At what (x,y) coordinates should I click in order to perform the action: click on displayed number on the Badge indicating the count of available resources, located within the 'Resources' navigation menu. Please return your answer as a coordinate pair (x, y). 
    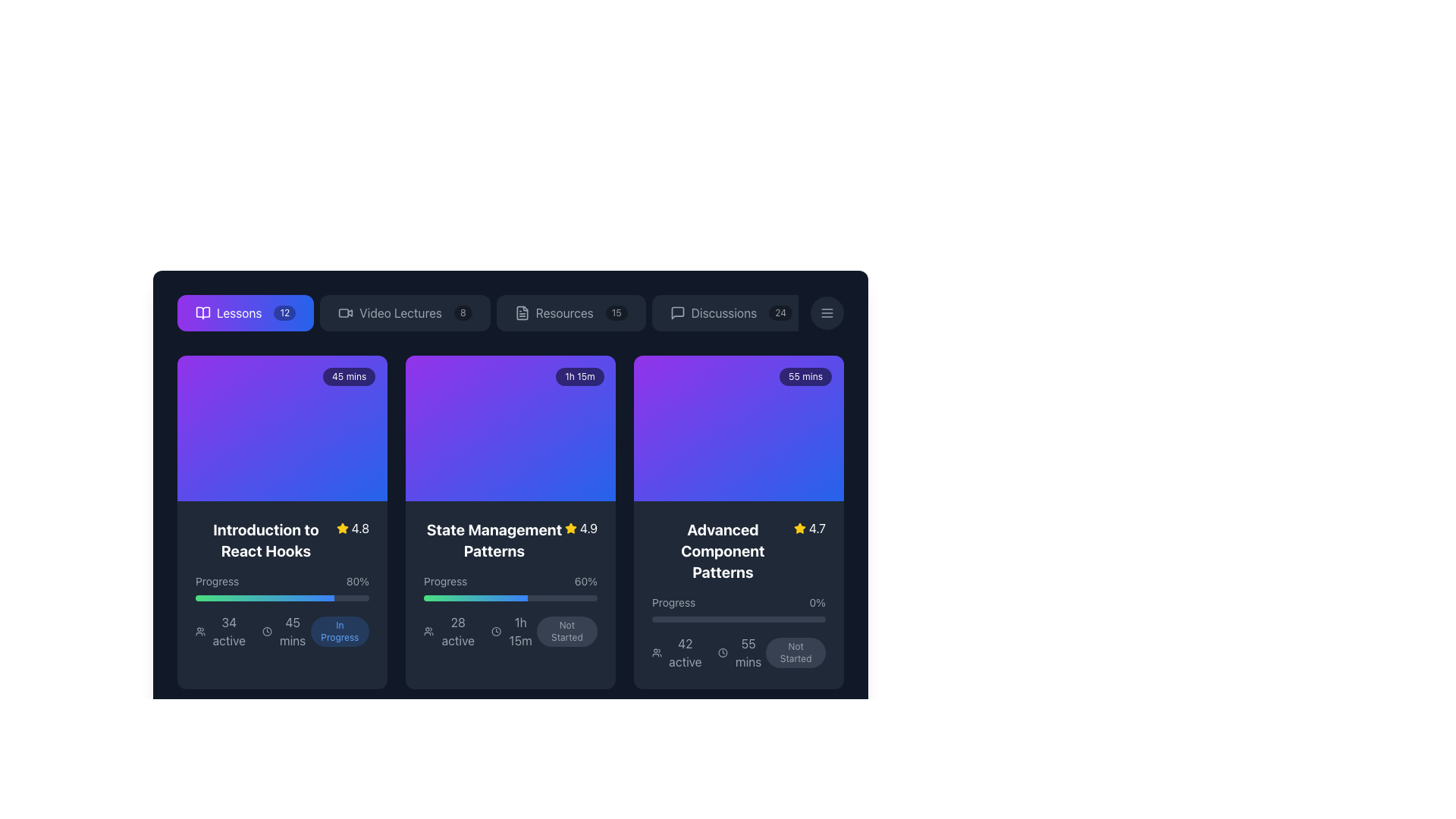
    Looking at the image, I should click on (617, 312).